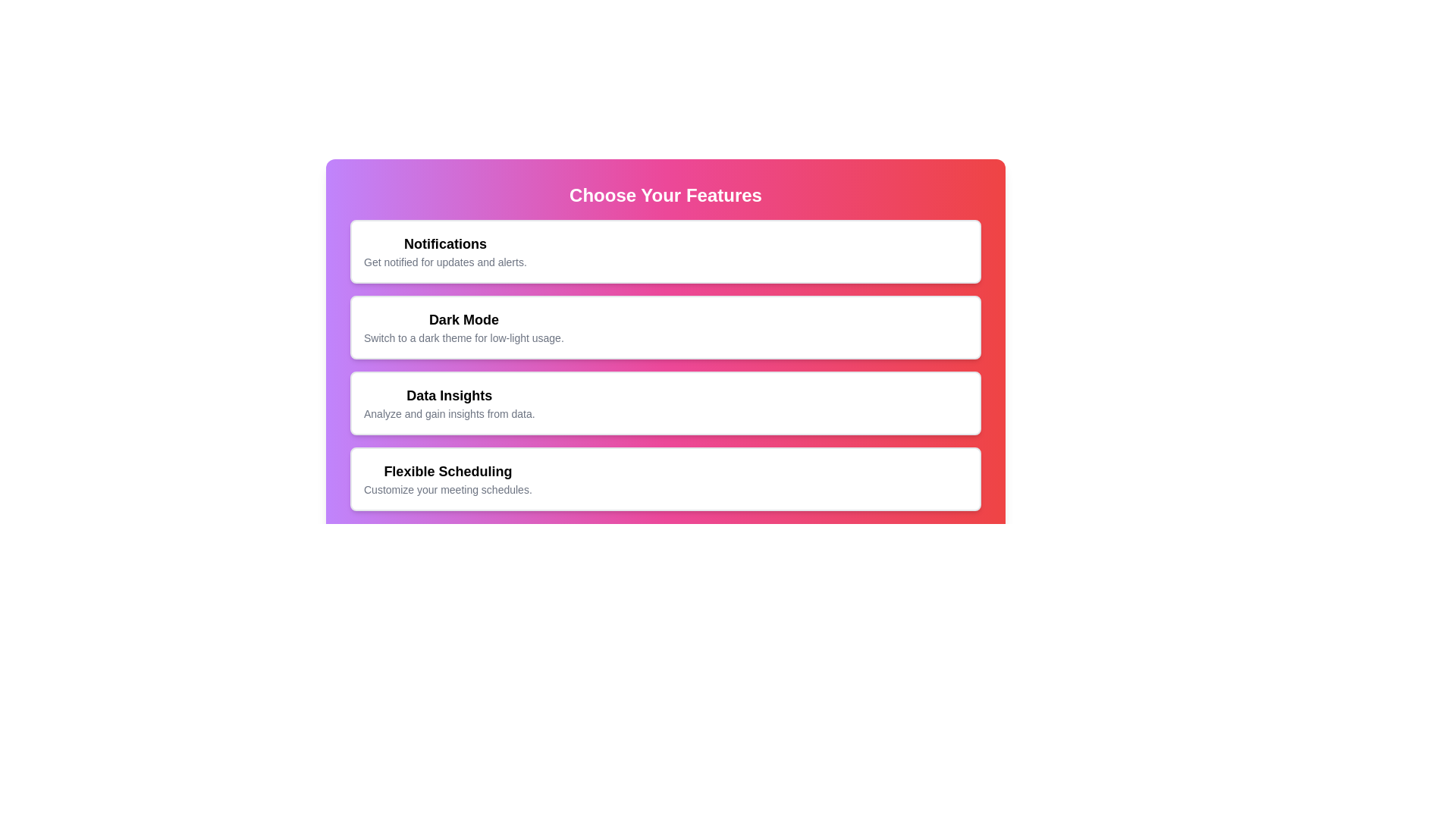 This screenshot has width=1456, height=819. Describe the element at coordinates (447, 489) in the screenshot. I see `the static text element that provides additional information about the 'Flexible Scheduling' feature, located directly beneath the heading within the card layout` at that location.